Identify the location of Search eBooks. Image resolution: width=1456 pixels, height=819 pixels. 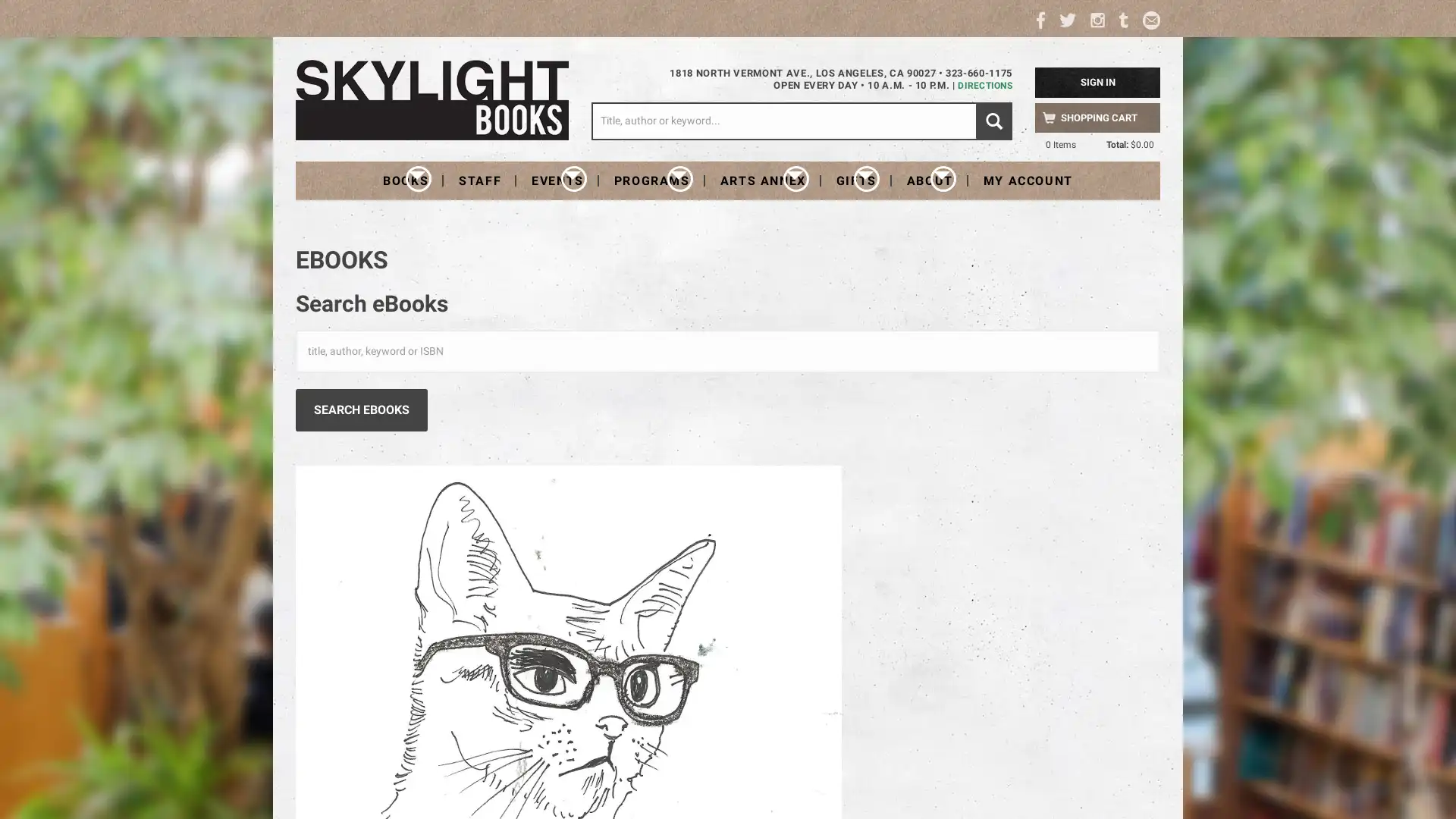
(360, 409).